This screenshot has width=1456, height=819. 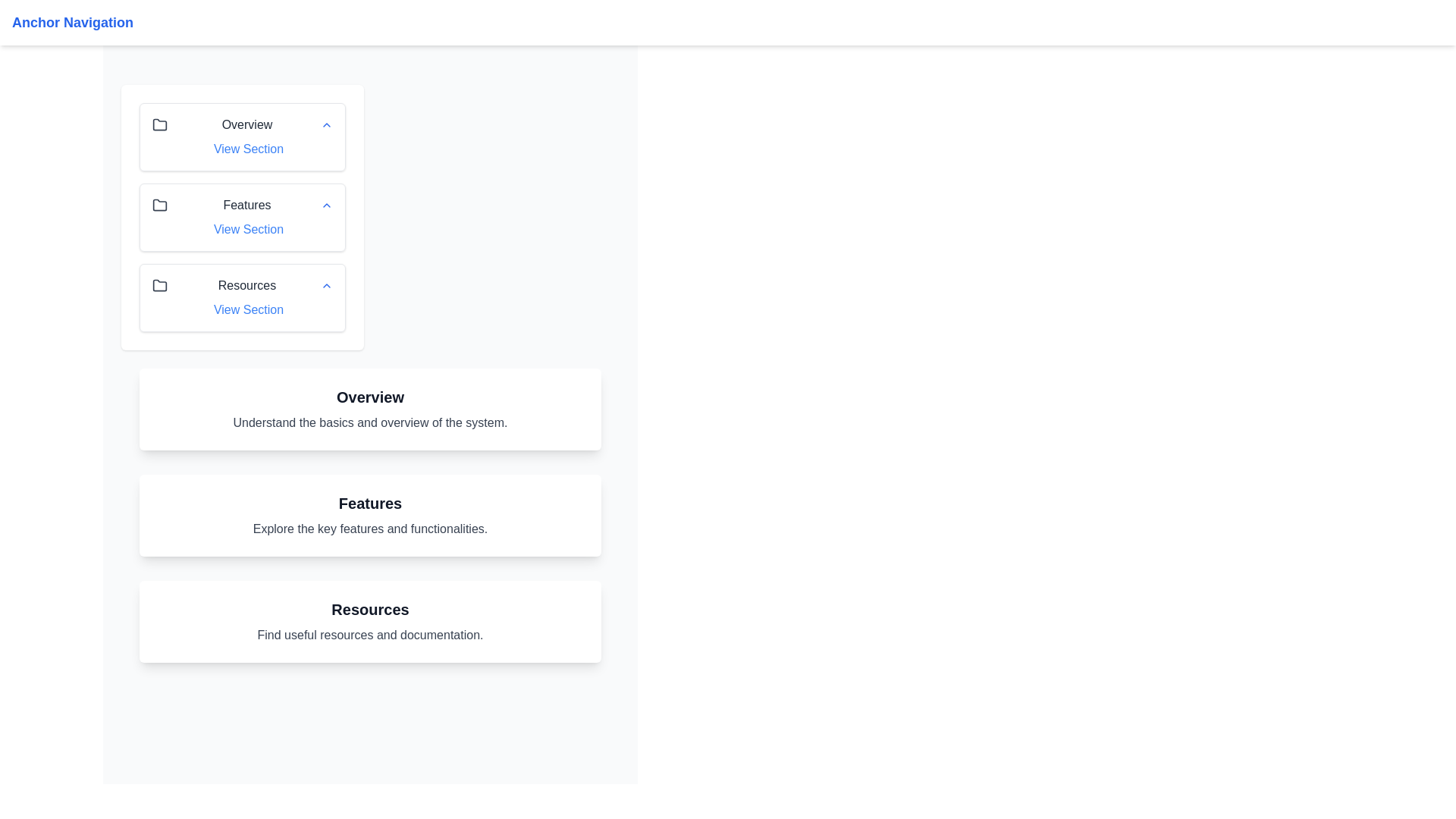 What do you see at coordinates (243, 309) in the screenshot?
I see `the third 'View Section' hyperlink in the 'Resources' group at the bottom of the menu` at bounding box center [243, 309].